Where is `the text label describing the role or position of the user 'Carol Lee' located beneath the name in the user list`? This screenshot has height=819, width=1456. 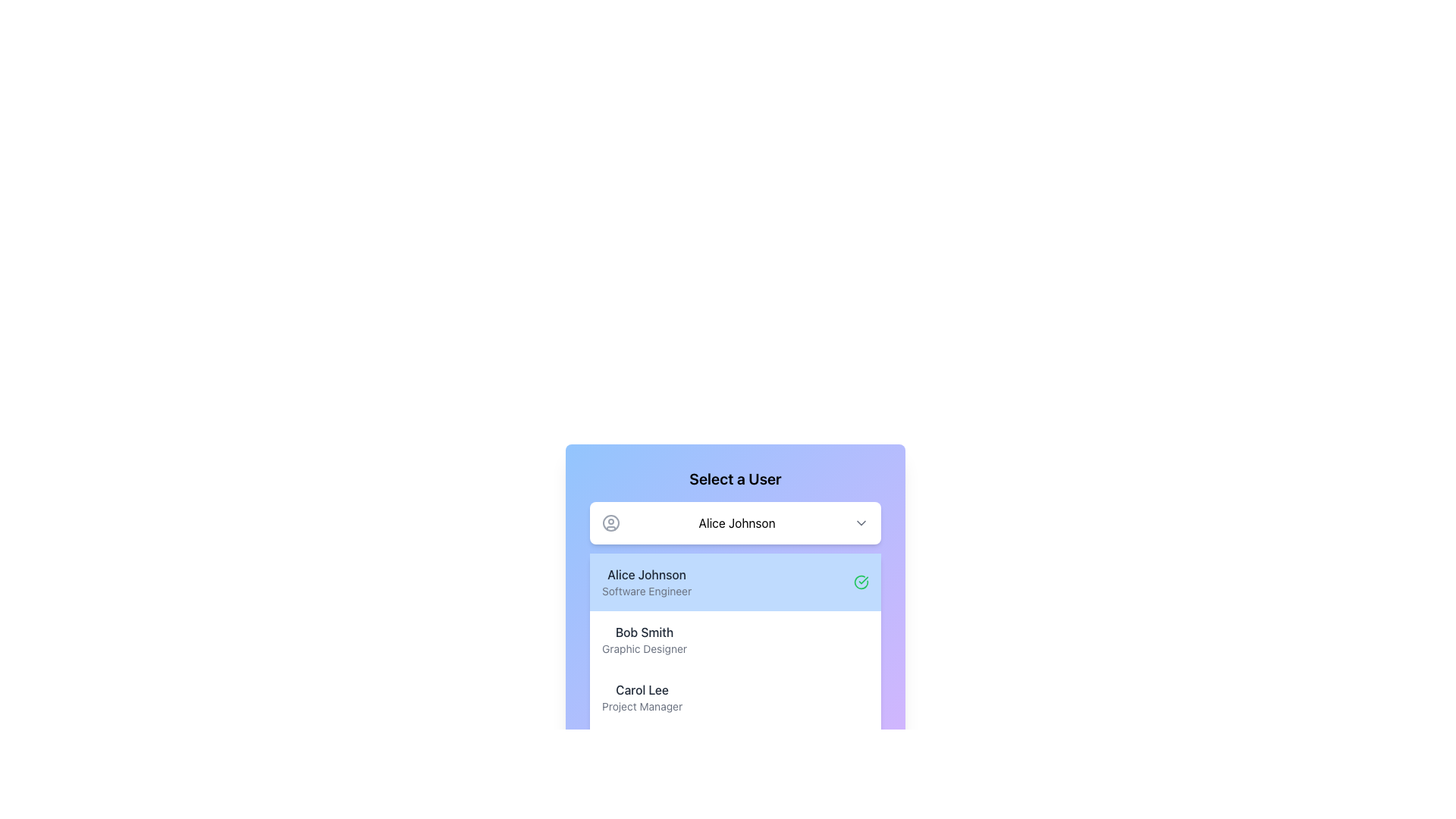 the text label describing the role or position of the user 'Carol Lee' located beneath the name in the user list is located at coordinates (642, 707).